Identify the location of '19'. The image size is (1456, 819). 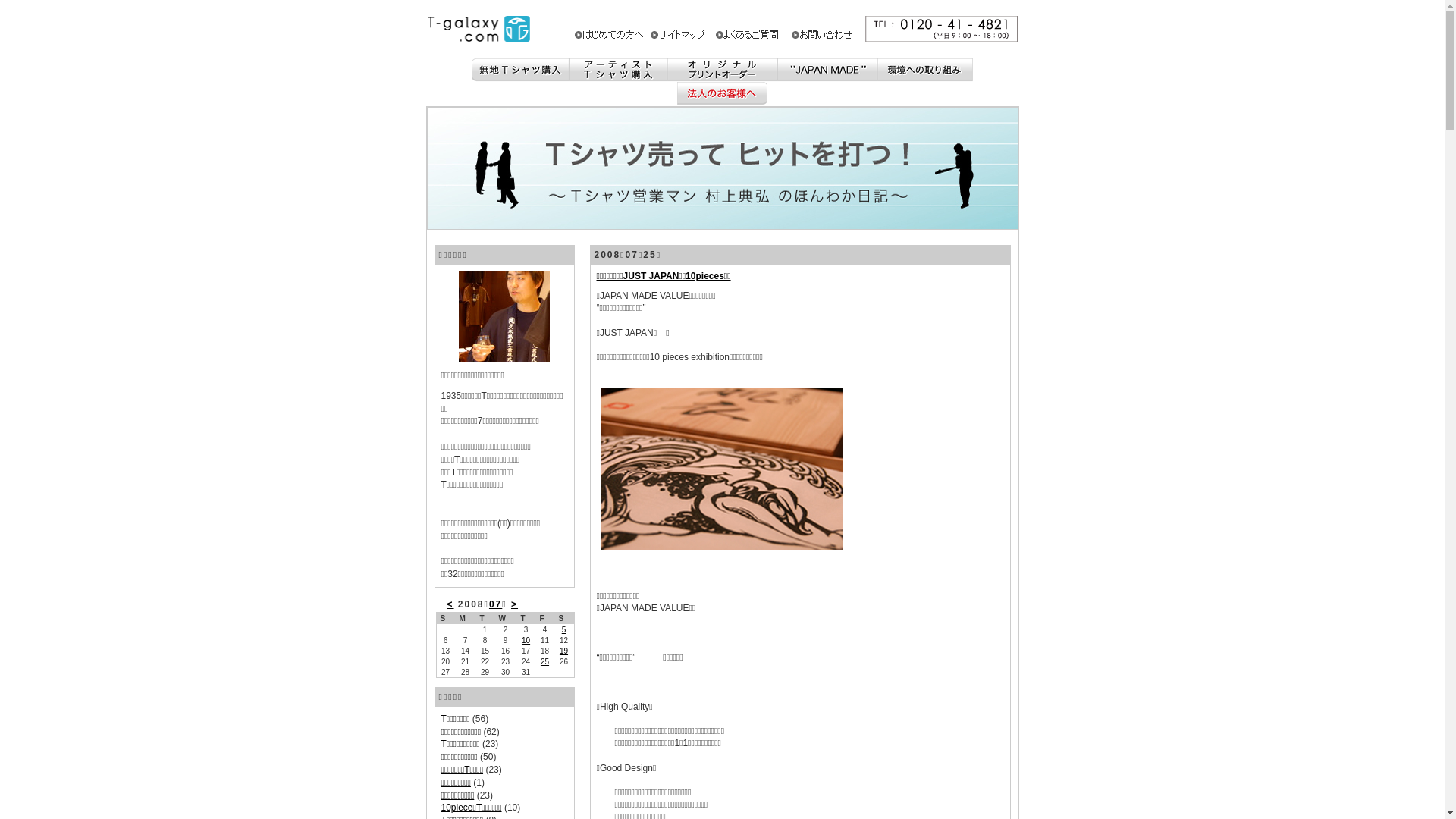
(559, 650).